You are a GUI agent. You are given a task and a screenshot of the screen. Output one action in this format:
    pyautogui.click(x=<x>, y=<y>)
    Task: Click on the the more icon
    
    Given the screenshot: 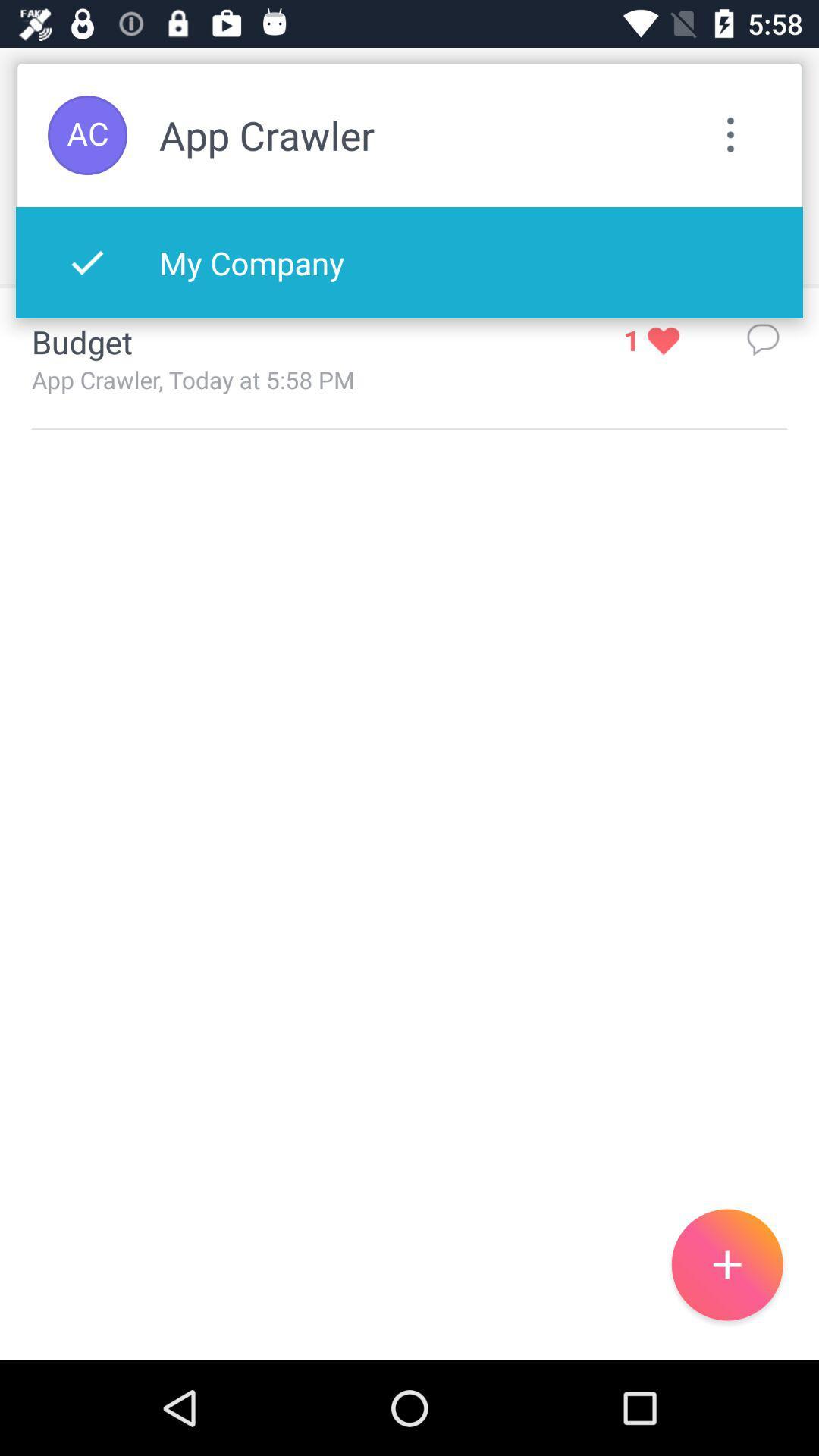 What is the action you would take?
    pyautogui.click(x=730, y=135)
    